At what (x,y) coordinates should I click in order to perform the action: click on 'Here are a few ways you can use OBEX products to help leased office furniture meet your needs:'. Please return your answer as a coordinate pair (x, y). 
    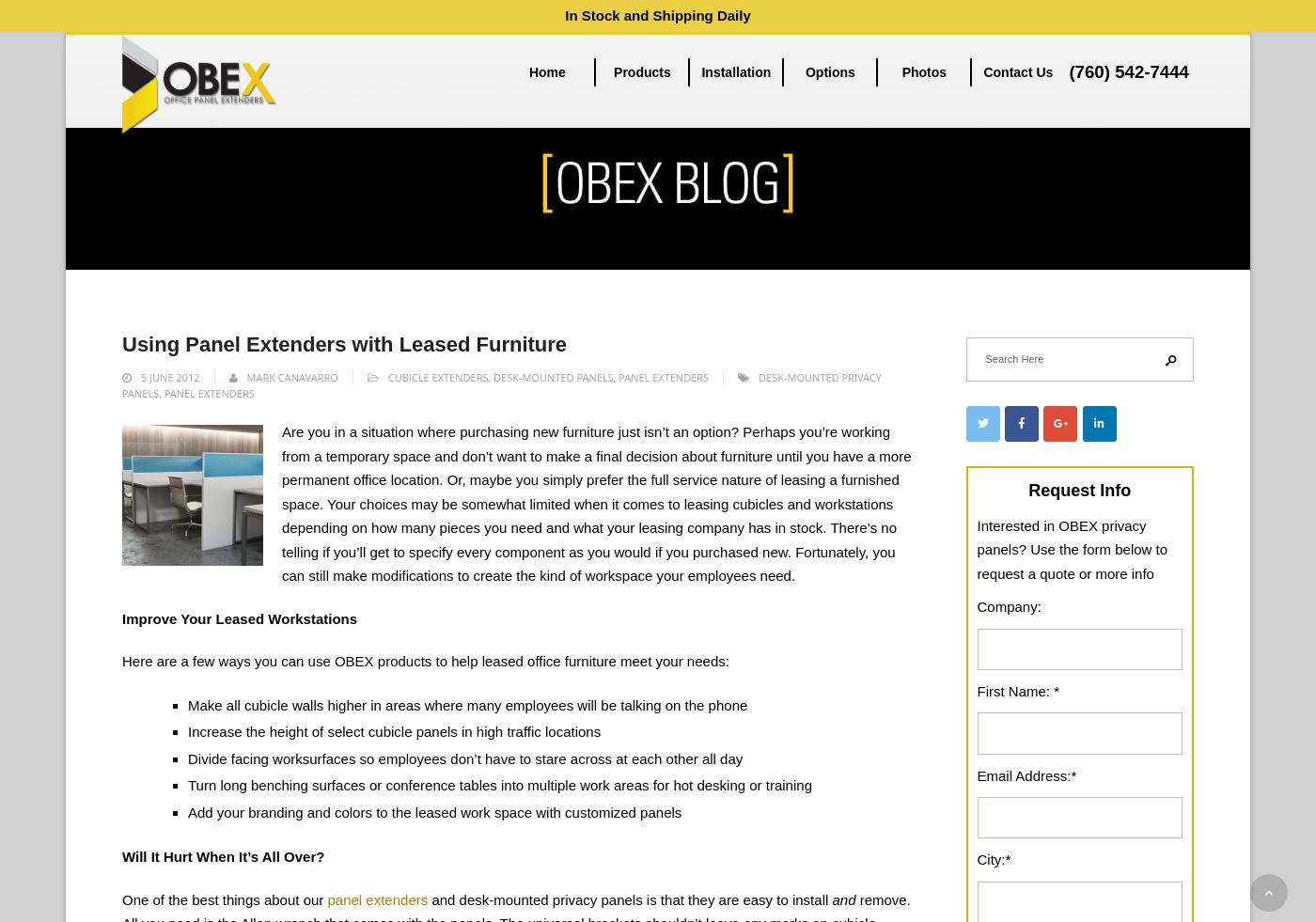
    Looking at the image, I should click on (425, 661).